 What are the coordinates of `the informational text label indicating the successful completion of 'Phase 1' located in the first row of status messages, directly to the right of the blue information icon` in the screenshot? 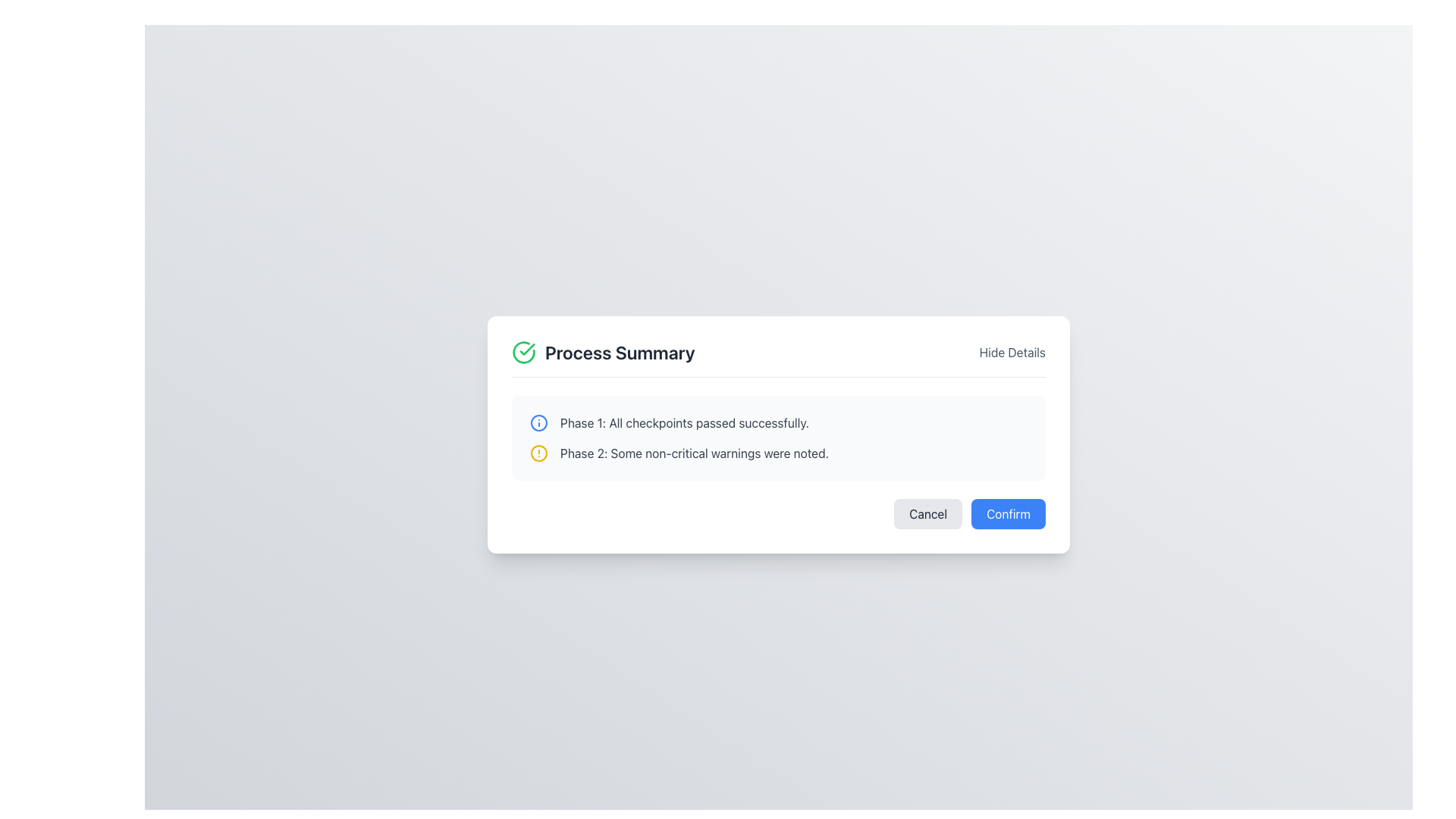 It's located at (683, 422).